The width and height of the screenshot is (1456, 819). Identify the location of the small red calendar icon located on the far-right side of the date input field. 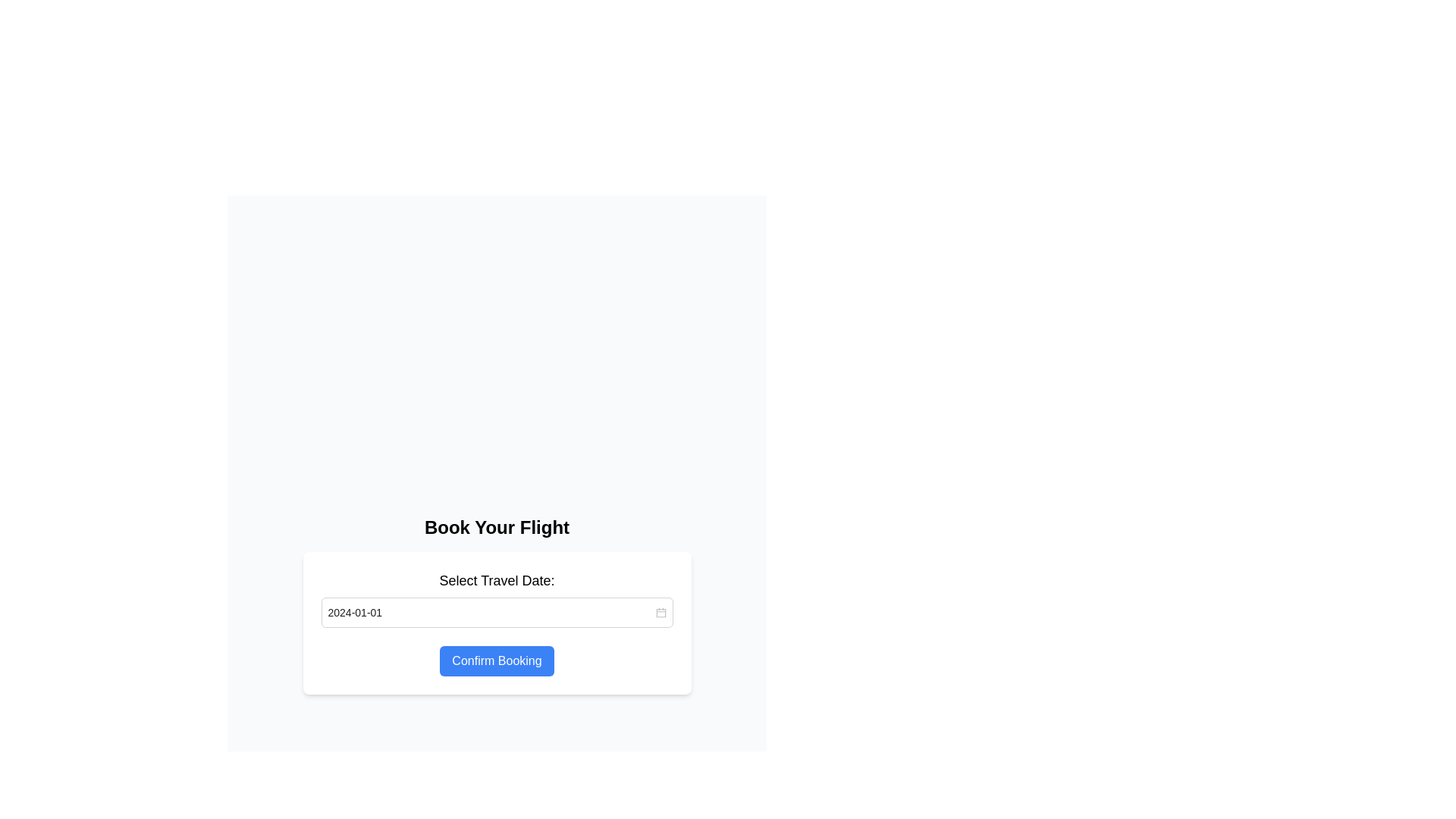
(661, 611).